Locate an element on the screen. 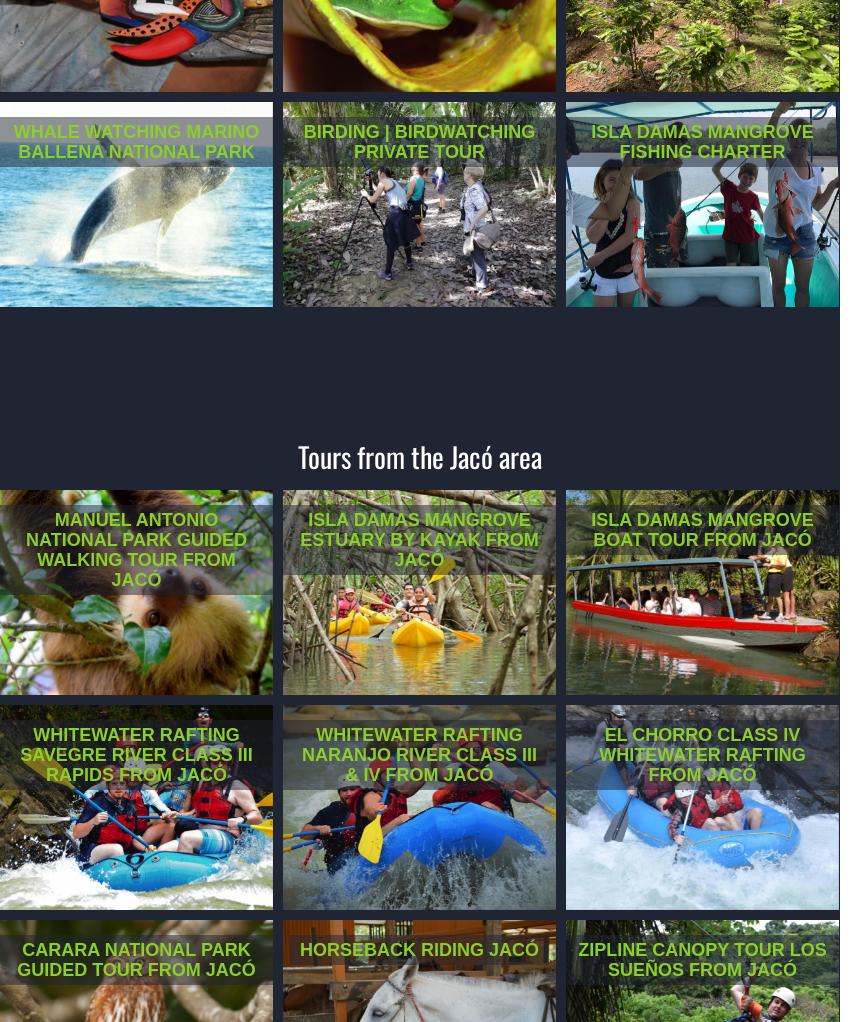 This screenshot has width=868, height=1022. 'Our Whale Watching tour gives you the opportunity to spot pilot whales and humpback whales with their babies during their migration, following the warm waters of the Central Pacific Ocean.' is located at coordinates (134, 187).